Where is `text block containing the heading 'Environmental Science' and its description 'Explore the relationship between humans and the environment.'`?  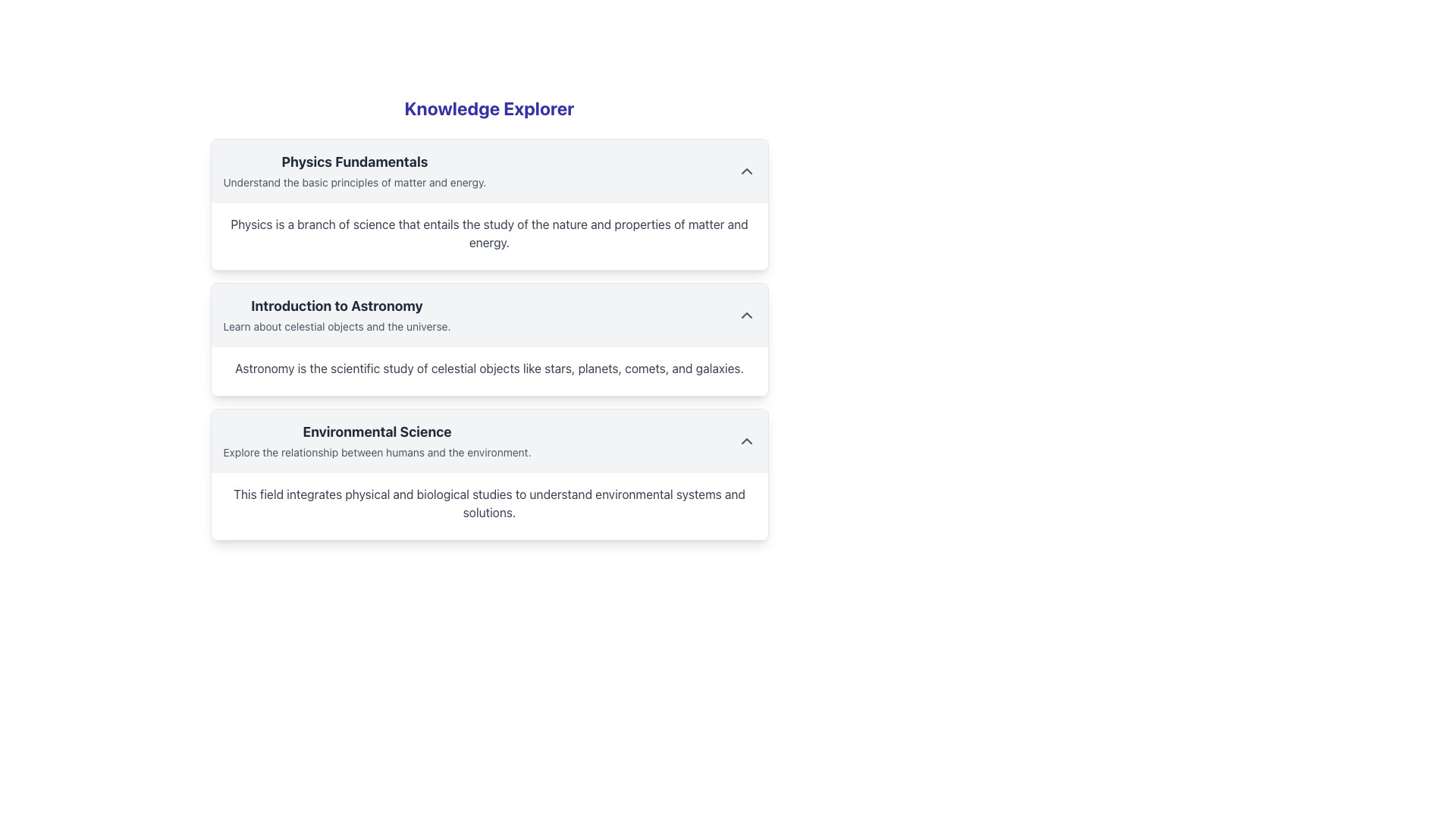 text block containing the heading 'Environmental Science' and its description 'Explore the relationship between humans and the environment.' is located at coordinates (377, 441).